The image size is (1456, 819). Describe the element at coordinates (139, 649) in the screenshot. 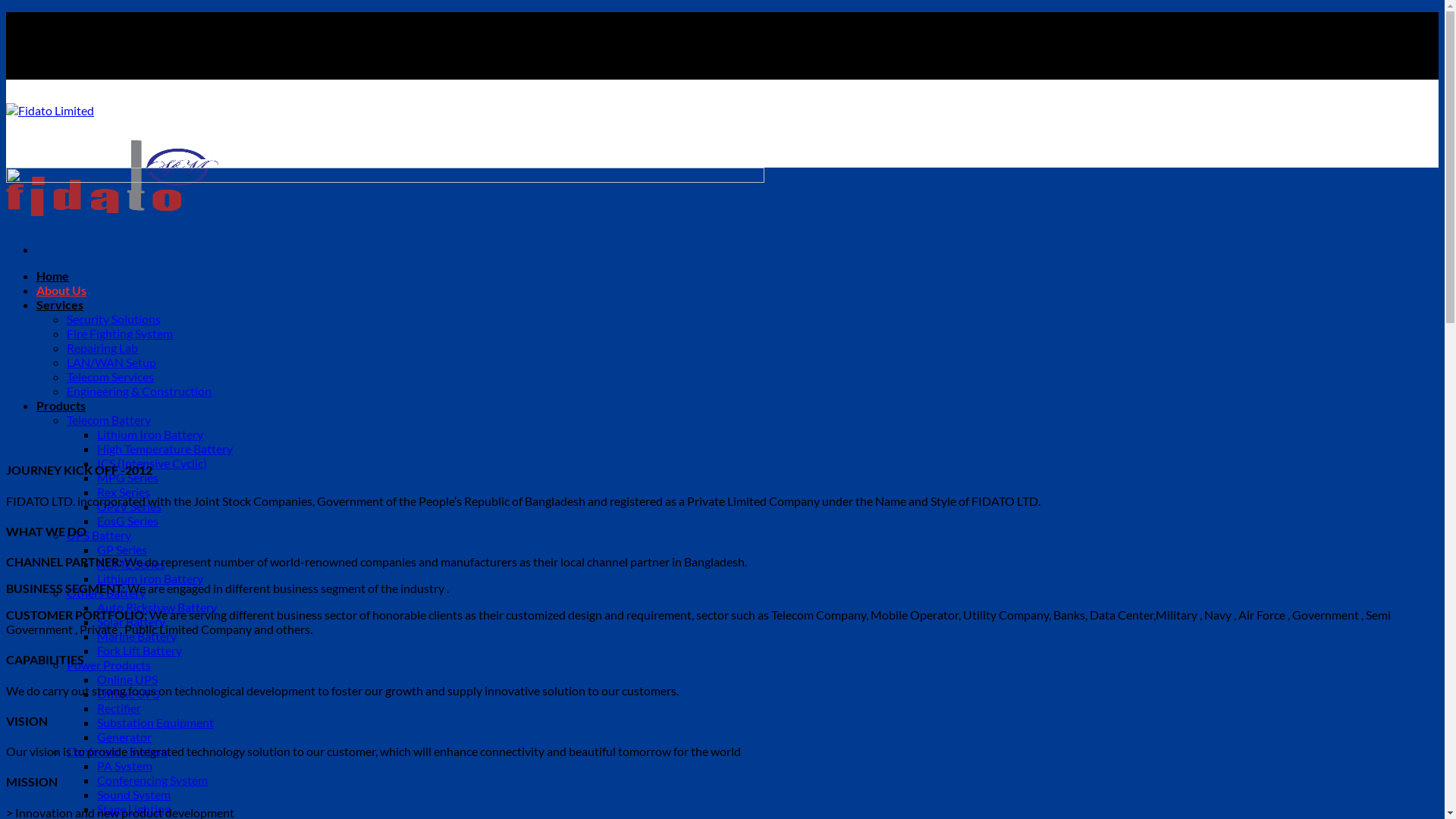

I see `'Fork Lift Battery'` at that location.